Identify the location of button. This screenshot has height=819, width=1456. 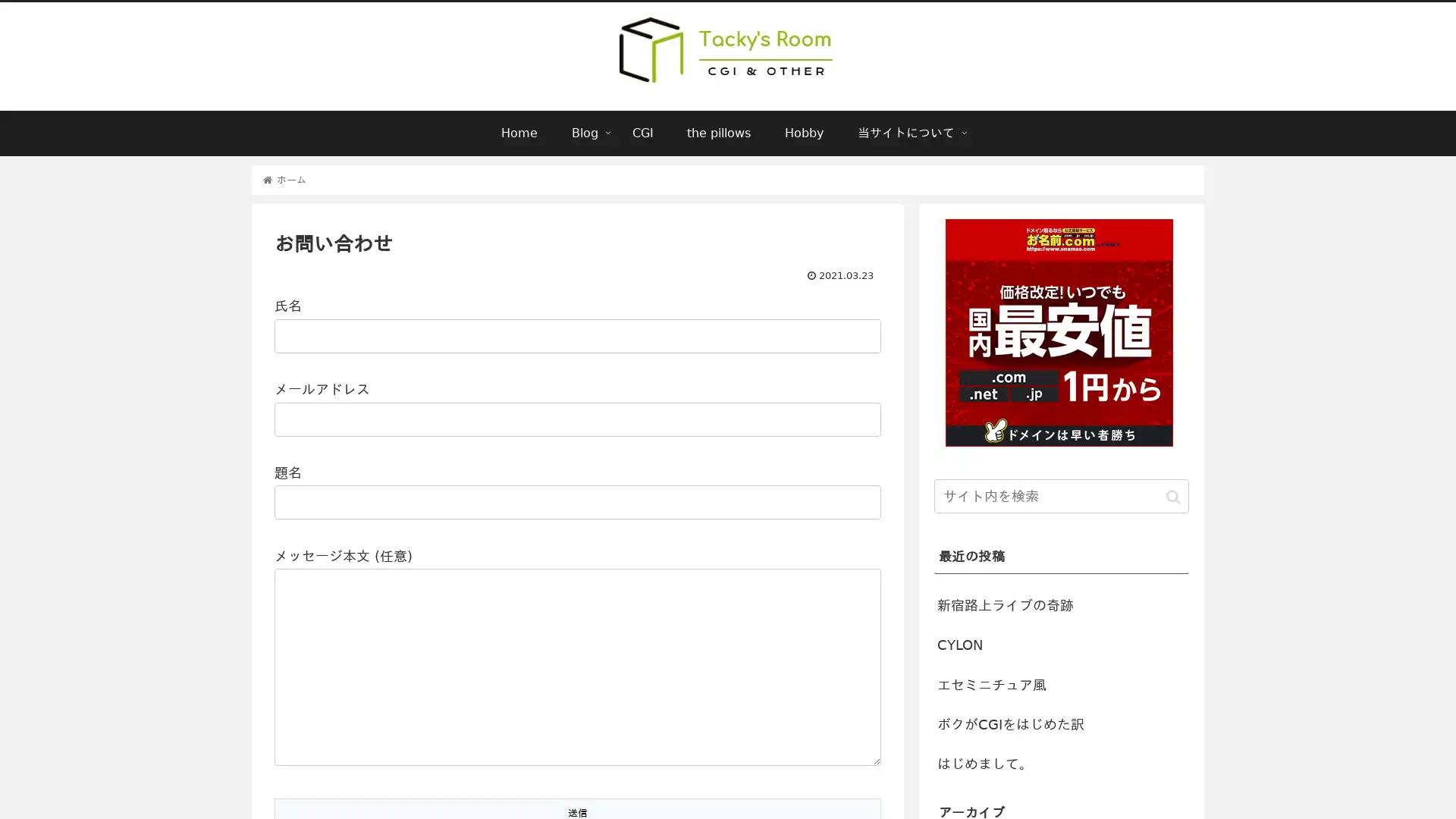
(1172, 496).